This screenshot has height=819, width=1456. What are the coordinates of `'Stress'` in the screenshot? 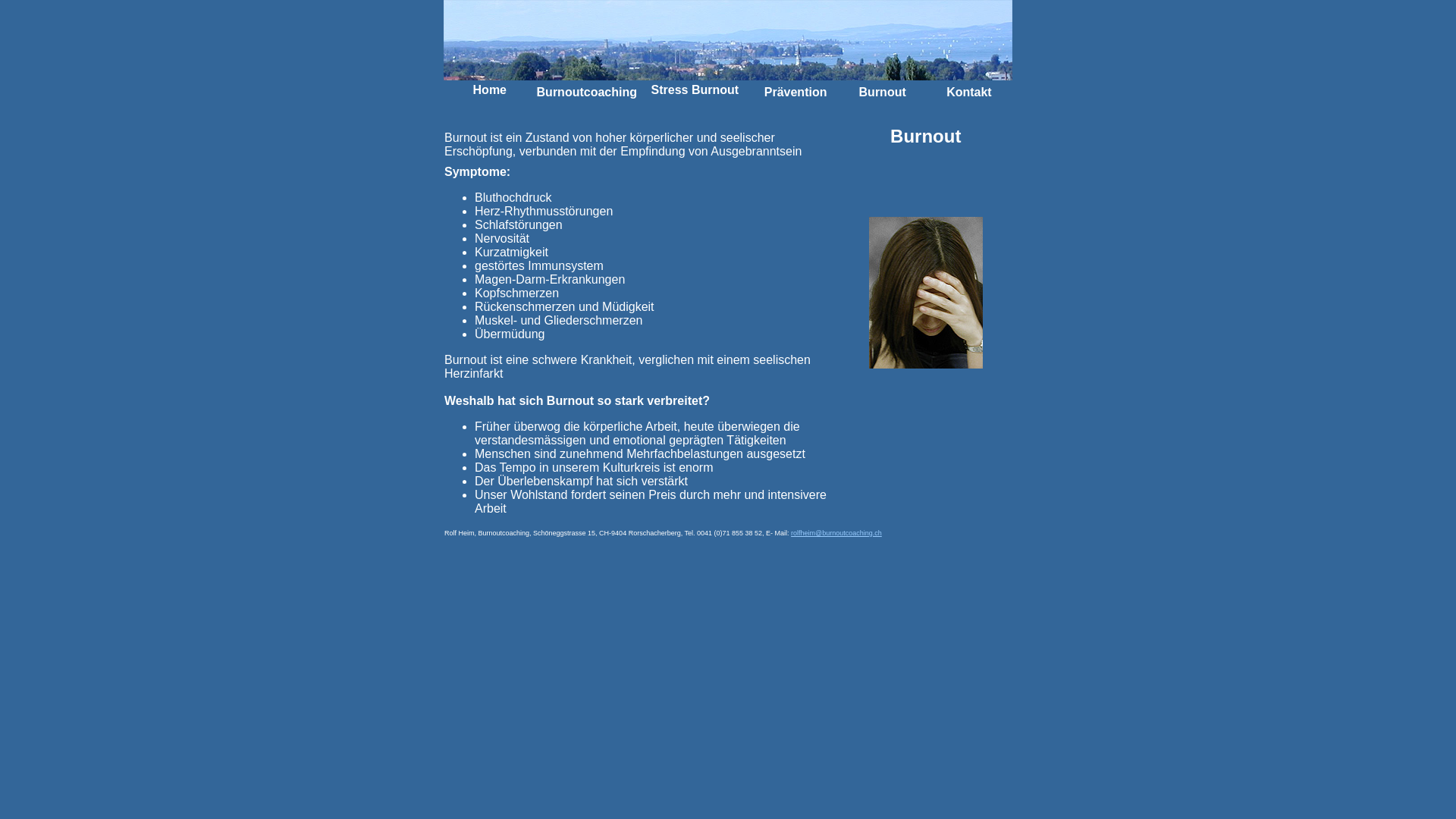 It's located at (651, 89).